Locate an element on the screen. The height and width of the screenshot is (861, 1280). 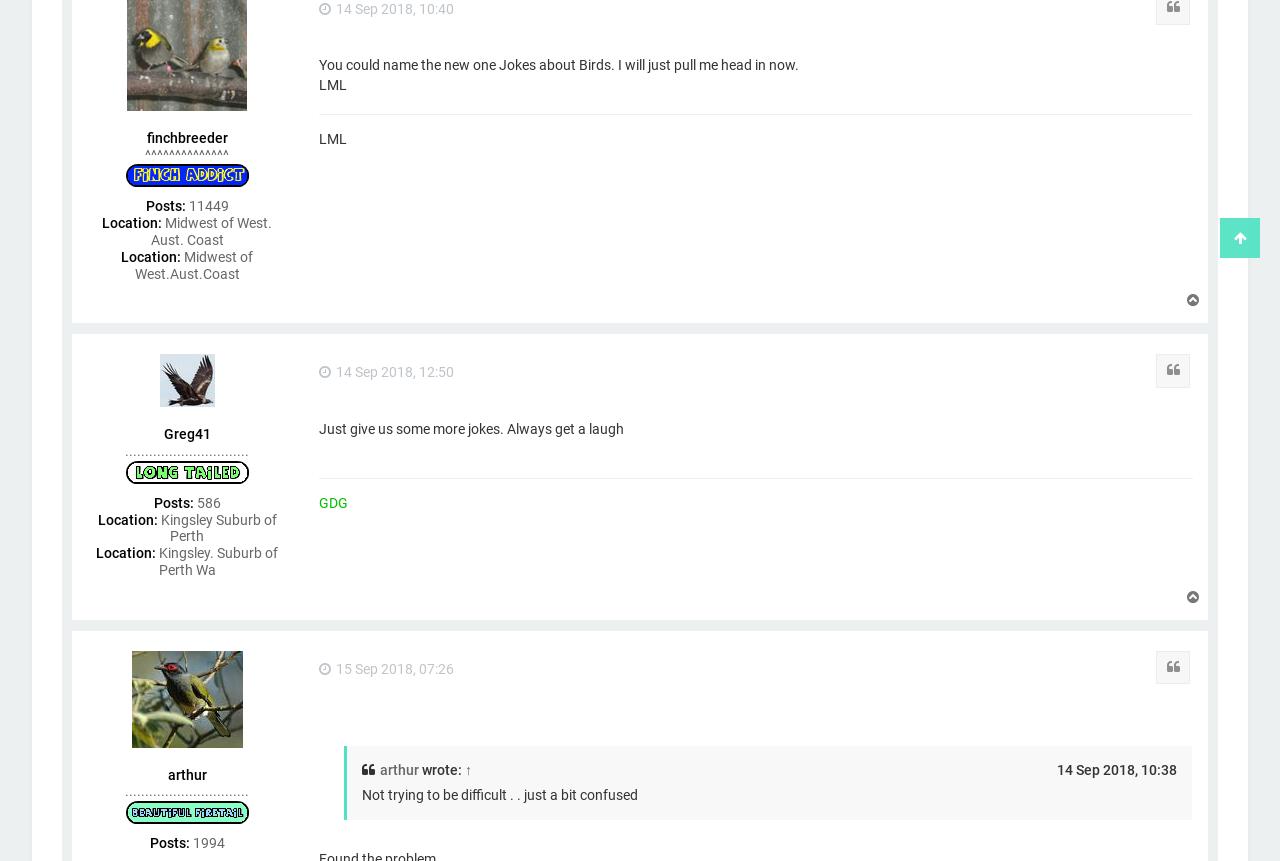
'Kingsley Suburb of Perth' is located at coordinates (216, 527).